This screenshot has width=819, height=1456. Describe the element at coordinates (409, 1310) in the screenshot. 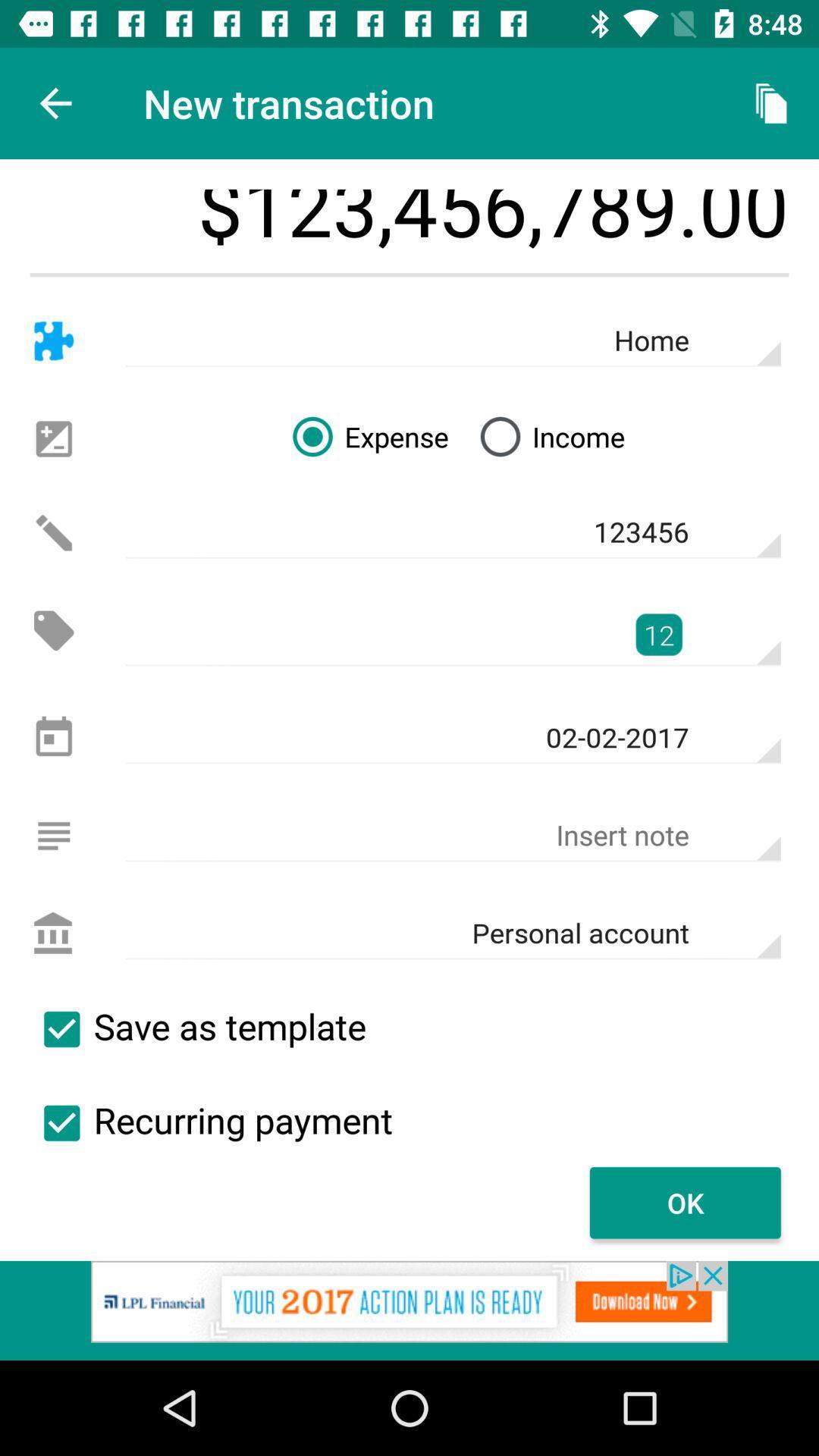

I see `more information about an advertisement` at that location.